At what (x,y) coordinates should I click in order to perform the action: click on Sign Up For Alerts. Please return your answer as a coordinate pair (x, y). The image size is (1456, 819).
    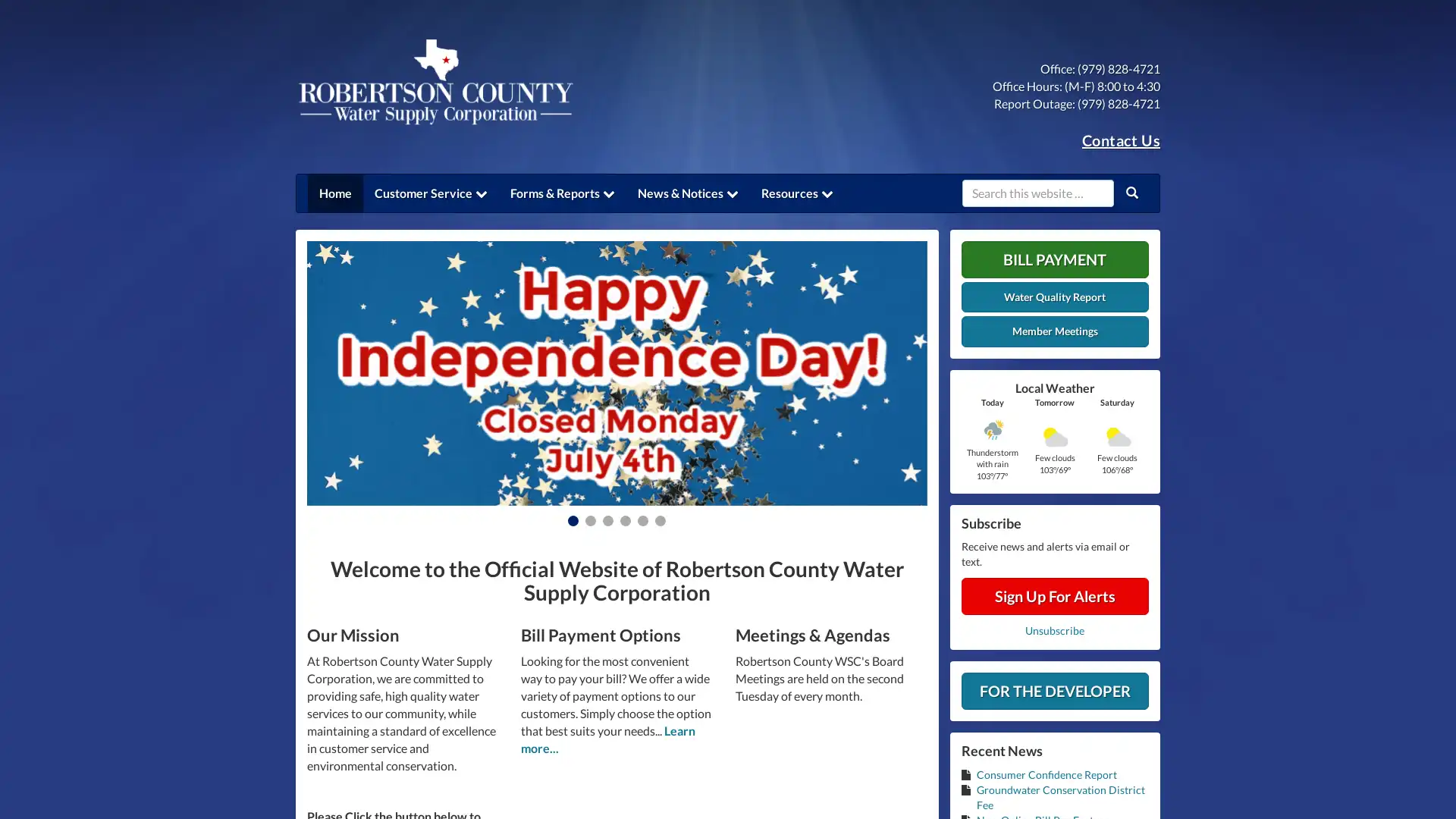
    Looking at the image, I should click on (1054, 595).